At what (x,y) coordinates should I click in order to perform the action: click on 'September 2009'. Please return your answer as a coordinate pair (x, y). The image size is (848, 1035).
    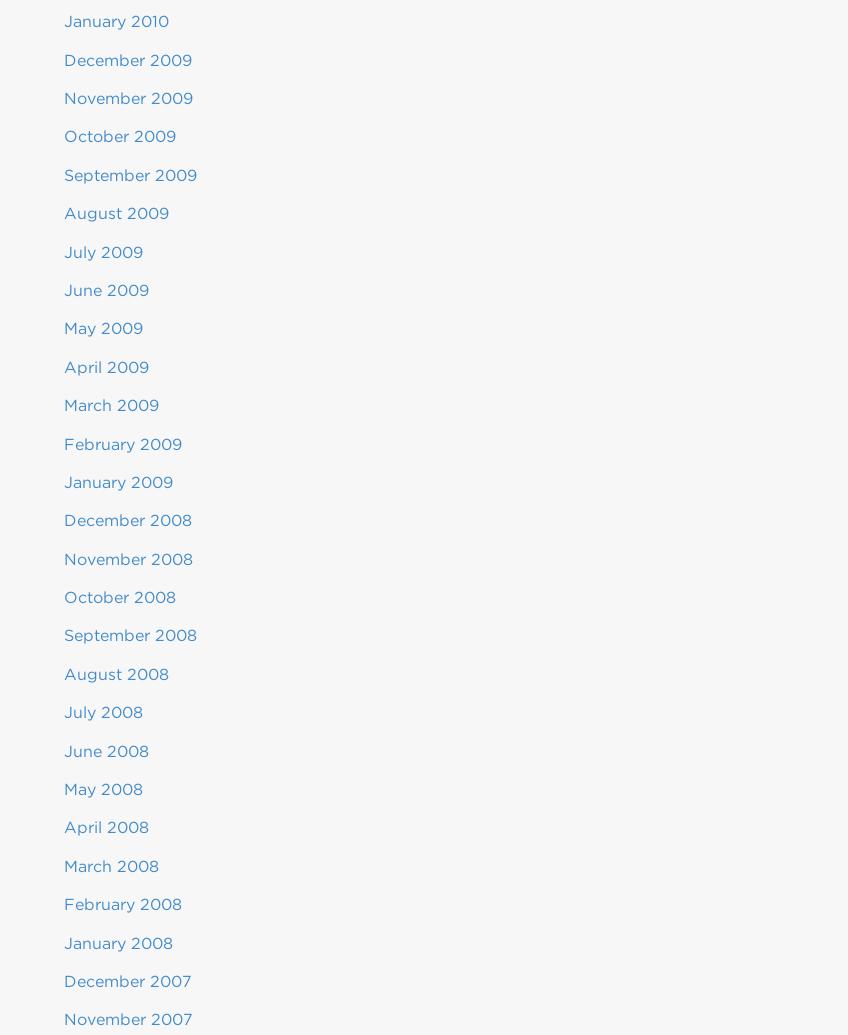
    Looking at the image, I should click on (129, 174).